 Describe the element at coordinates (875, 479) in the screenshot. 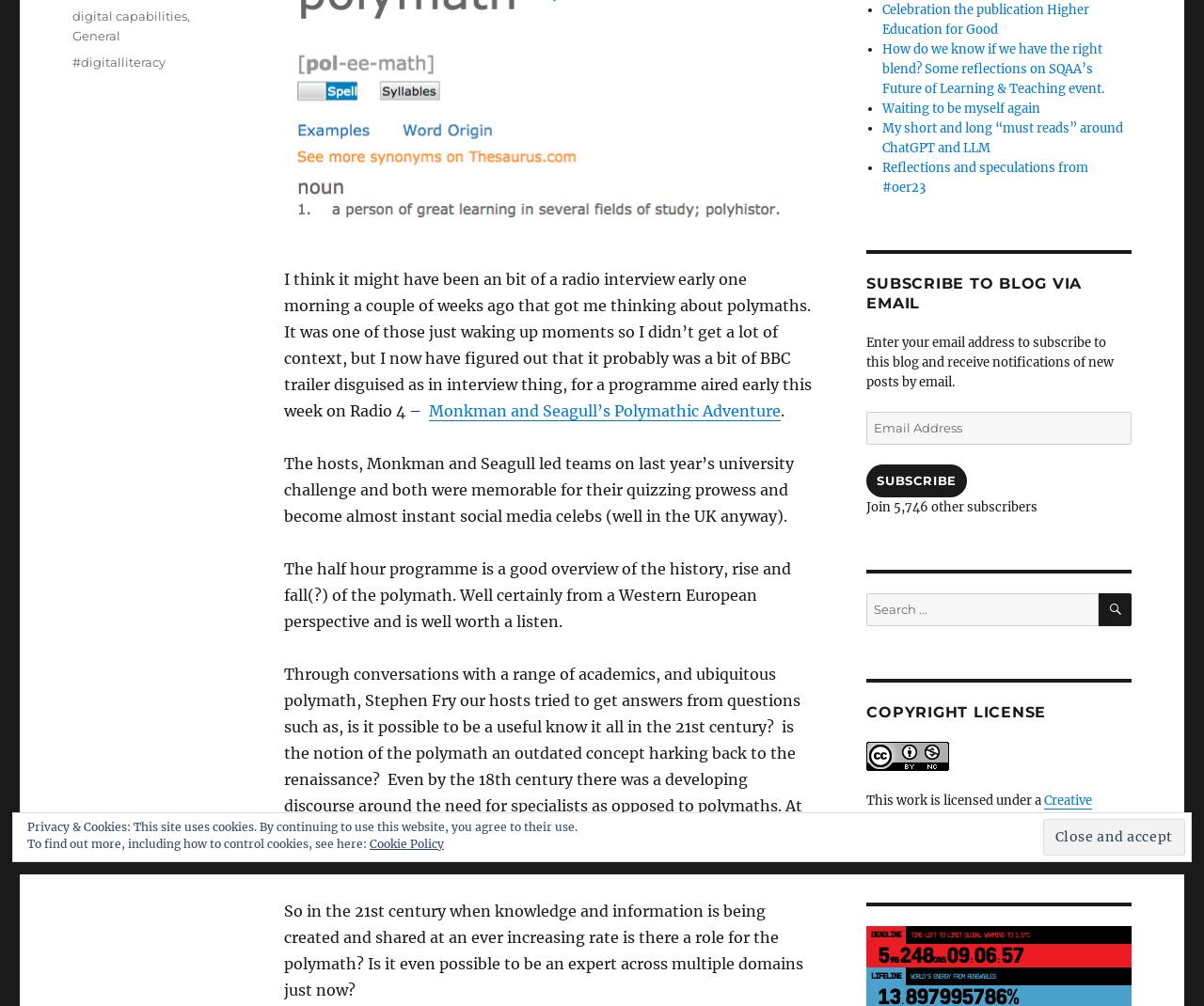

I see `'Subscribe'` at that location.